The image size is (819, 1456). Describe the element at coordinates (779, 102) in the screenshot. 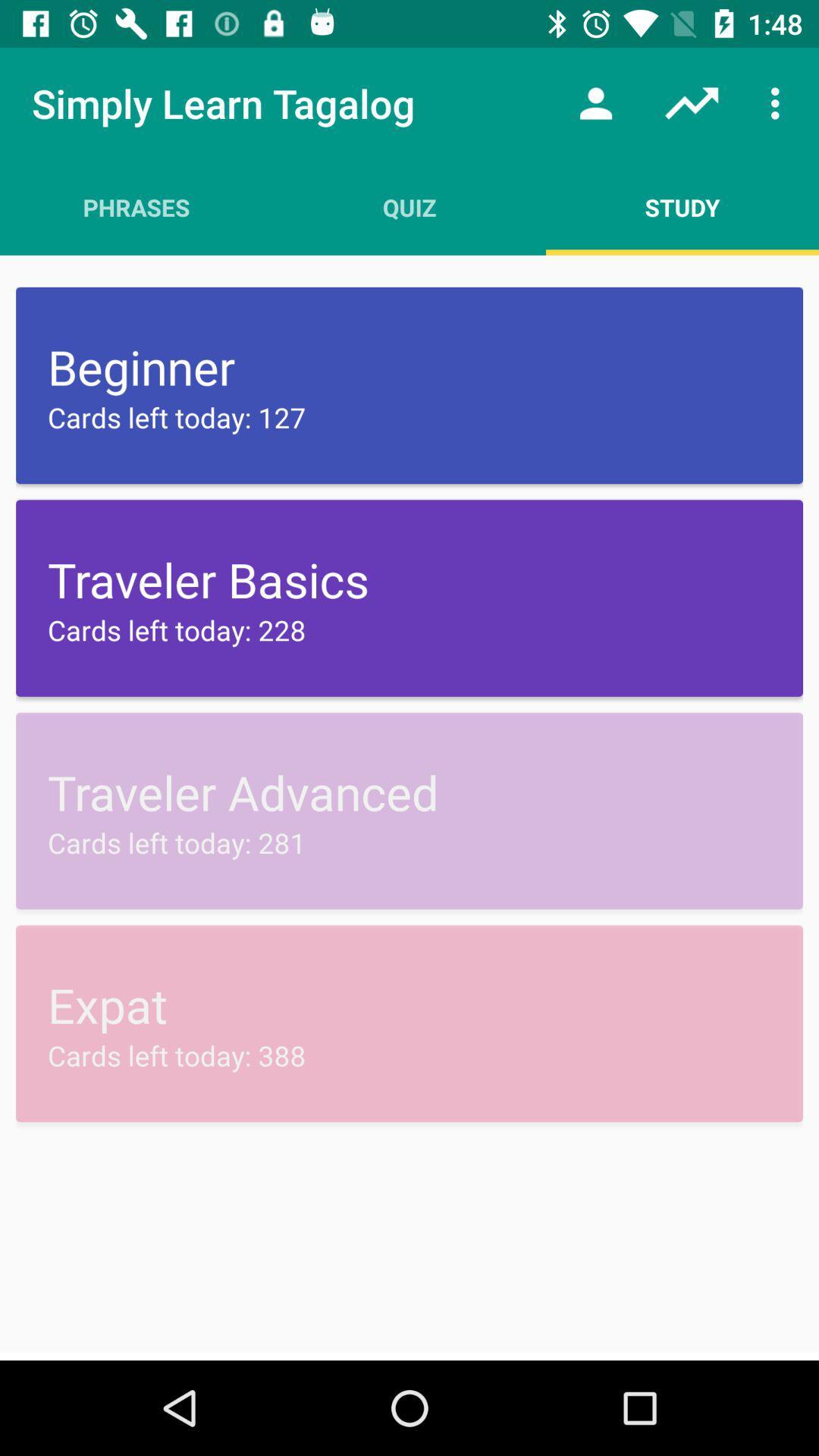

I see `icon above study icon` at that location.